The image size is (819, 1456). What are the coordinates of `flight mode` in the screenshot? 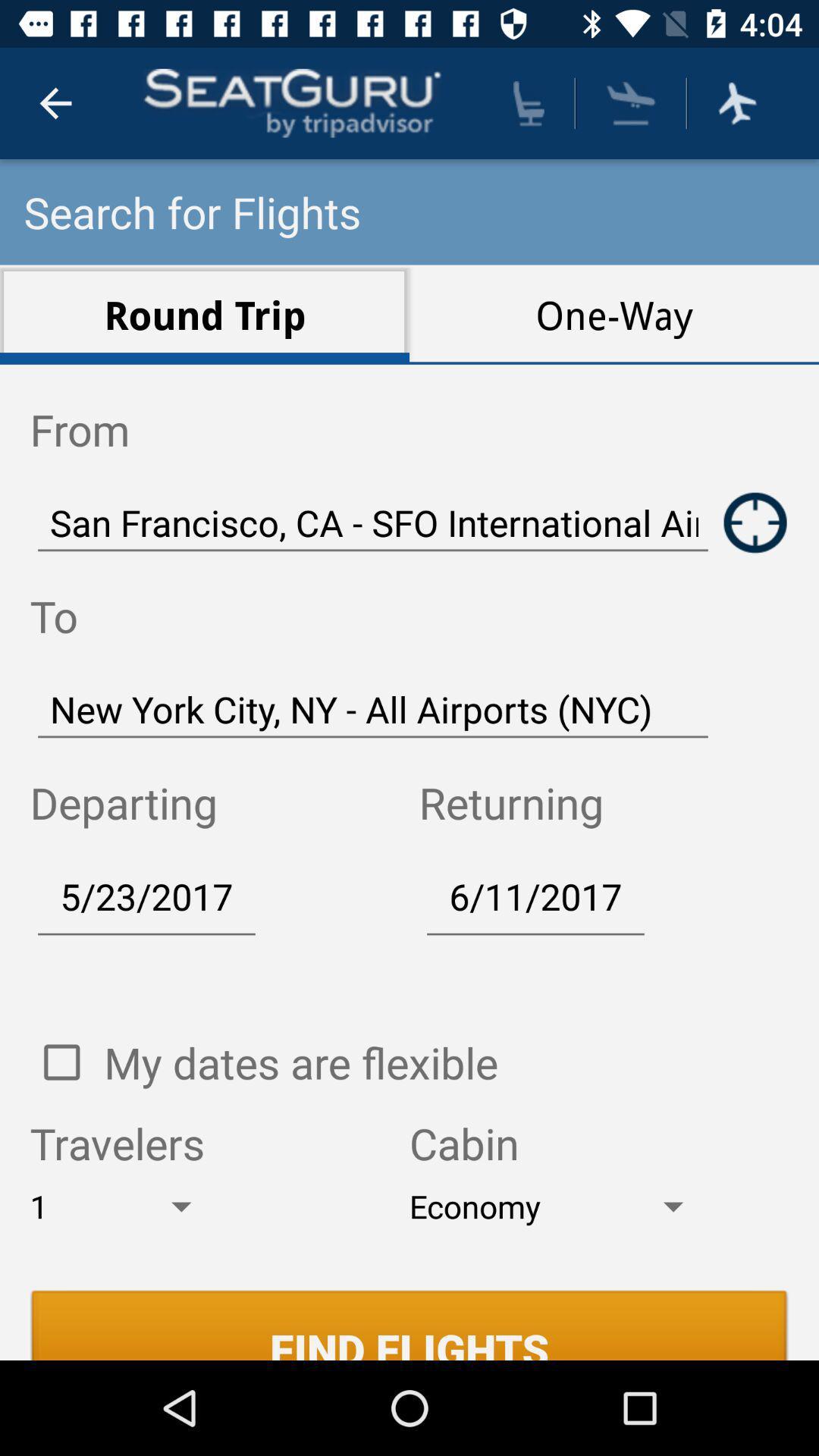 It's located at (736, 102).